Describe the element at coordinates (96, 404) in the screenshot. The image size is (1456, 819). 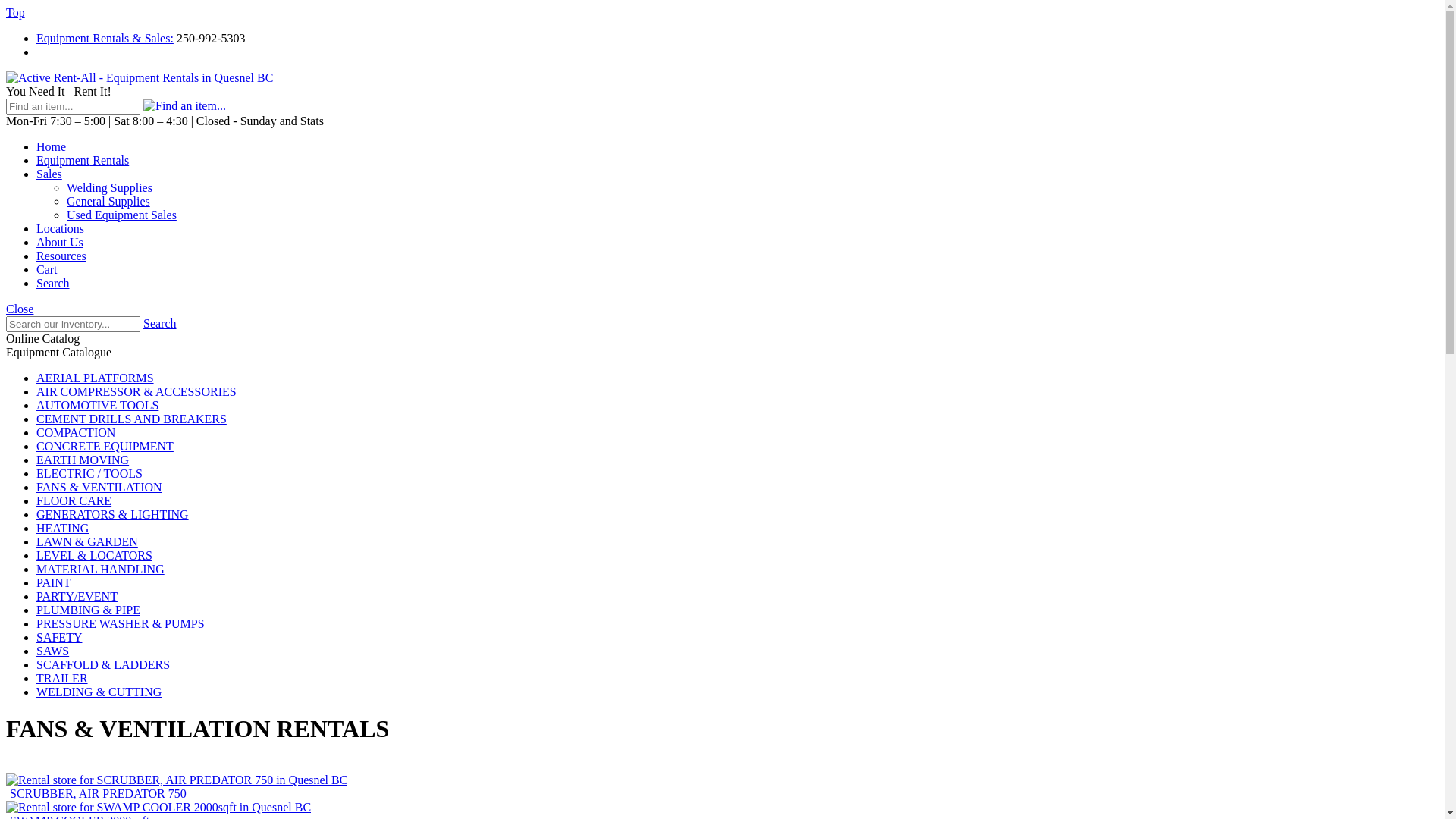
I see `'AUTOMOTIVE TOOLS'` at that location.